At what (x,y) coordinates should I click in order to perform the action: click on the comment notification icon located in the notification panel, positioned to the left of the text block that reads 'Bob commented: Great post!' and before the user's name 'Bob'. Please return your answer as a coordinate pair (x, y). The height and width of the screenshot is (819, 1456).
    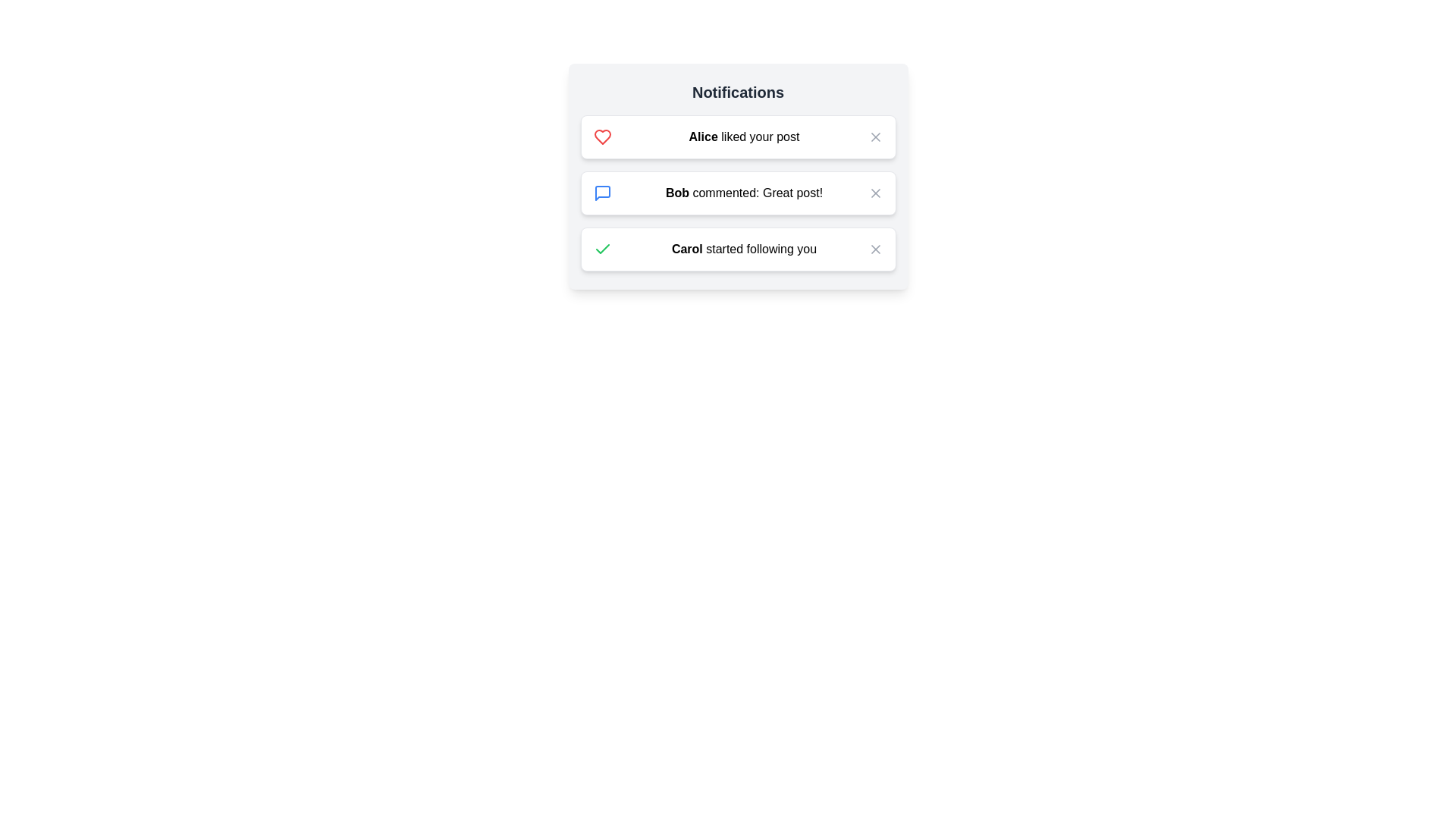
    Looking at the image, I should click on (601, 192).